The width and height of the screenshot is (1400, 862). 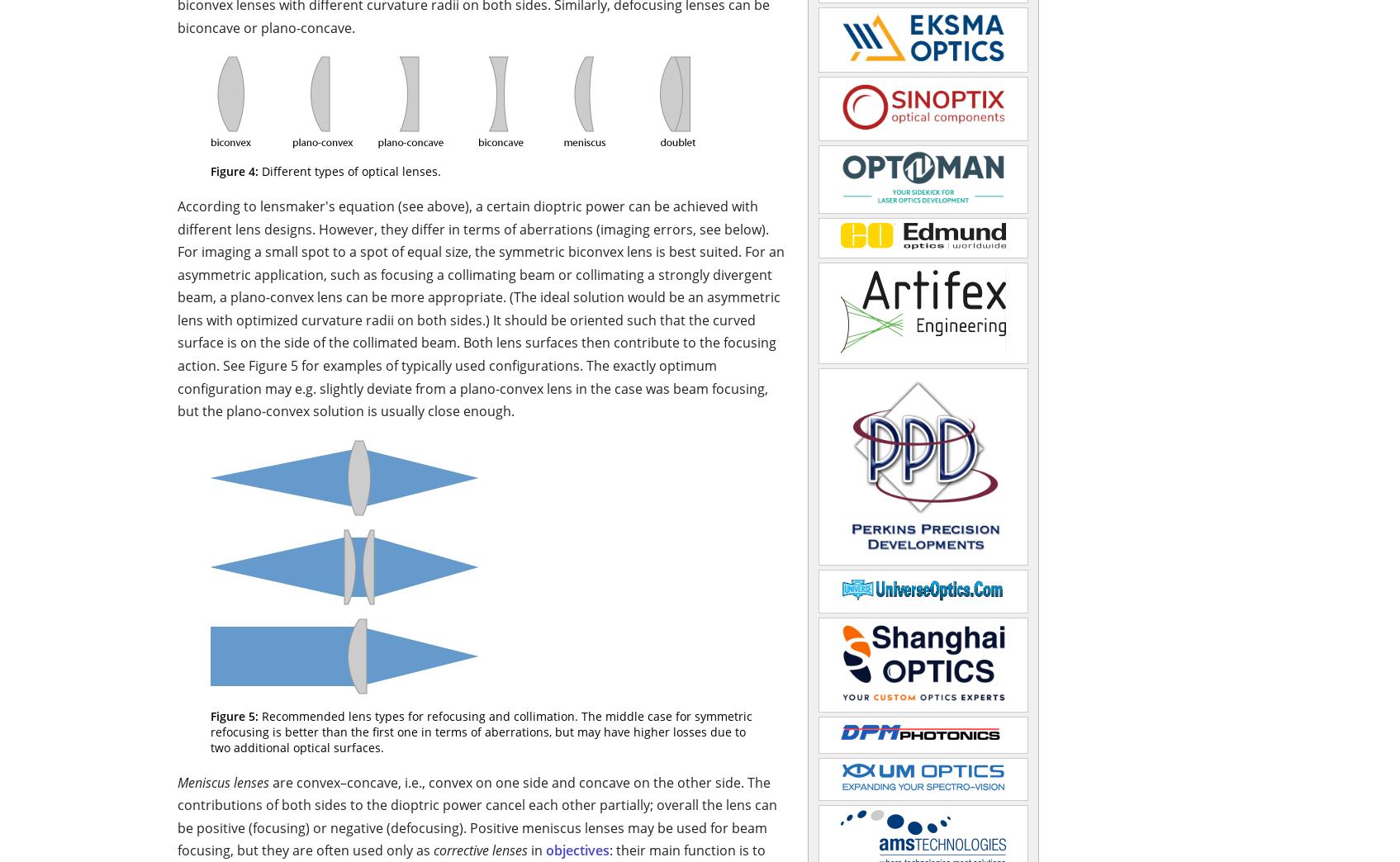 I want to click on 'According to lensmaker's equation (see above), a certain dioptric power can be achieved with different lens designs. However, they differ in terms of aberrations (imaging errors, see below). For imaging a small spot to a spot of equal size, the symmetric biconvex lens is best suited. For an asymmetric application, such as focusing a collimating beam or collimating a strongly divergent beam, a plano-convex lens can be more appropriate. (The ideal solution would be an asymmetric lens with optimized curvature radii on both sides.) It should be oriented such that the curved surface is on the side of the collimated beam. Both lens surfaces then contribute to the focusing action. See Figure 5 for examples of typically used configurations. The exactly optimum configuration may e.g. slightly deviate from a plano-convex lens in the case was beam focusing, but the plano-convex solution is usually close enough.', so click(x=176, y=308).